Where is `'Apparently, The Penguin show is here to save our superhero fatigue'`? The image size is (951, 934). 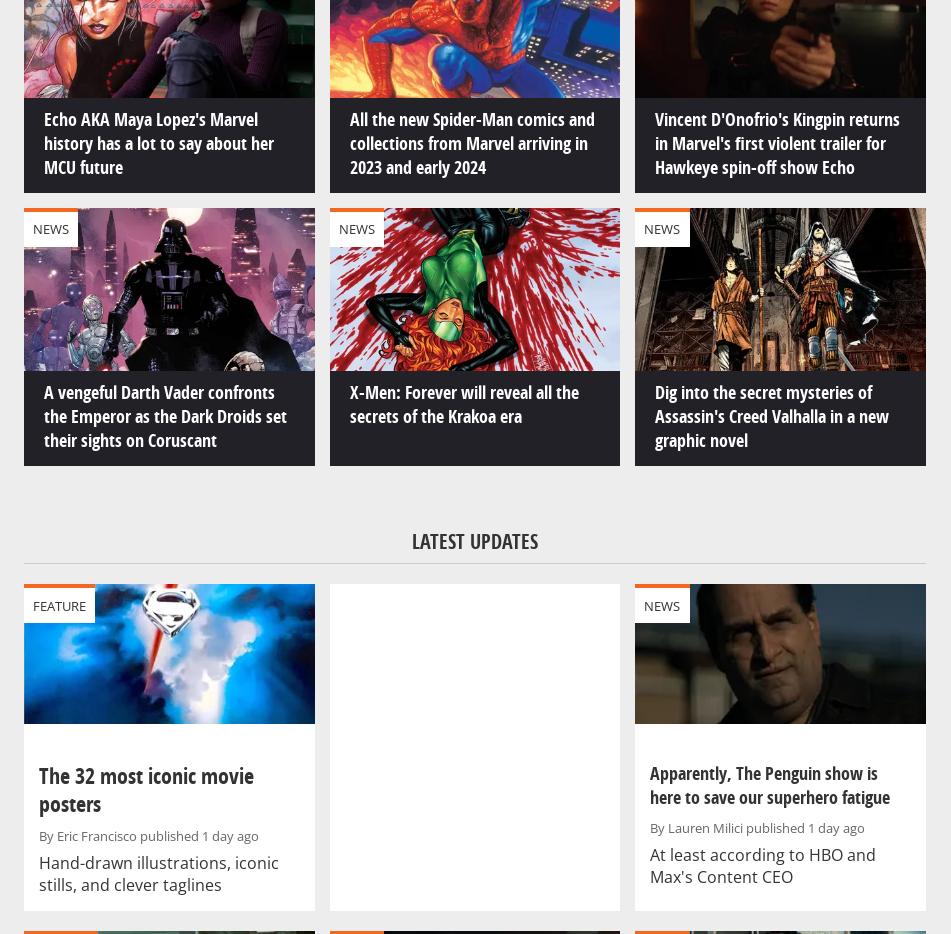
'Apparently, The Penguin show is here to save our superhero fatigue' is located at coordinates (649, 784).